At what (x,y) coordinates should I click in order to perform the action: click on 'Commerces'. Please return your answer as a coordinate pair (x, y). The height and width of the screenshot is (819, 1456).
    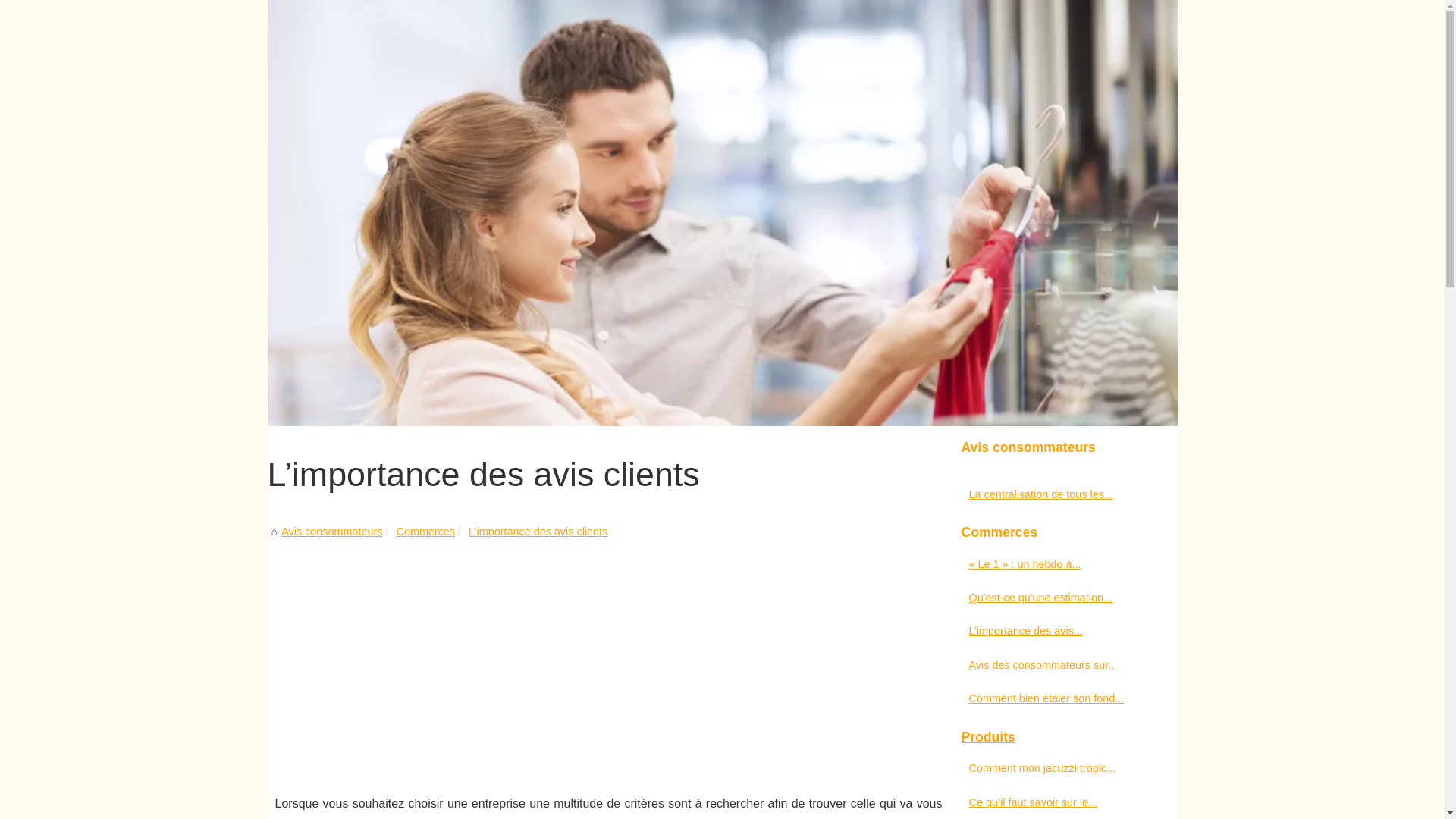
    Looking at the image, I should click on (425, 531).